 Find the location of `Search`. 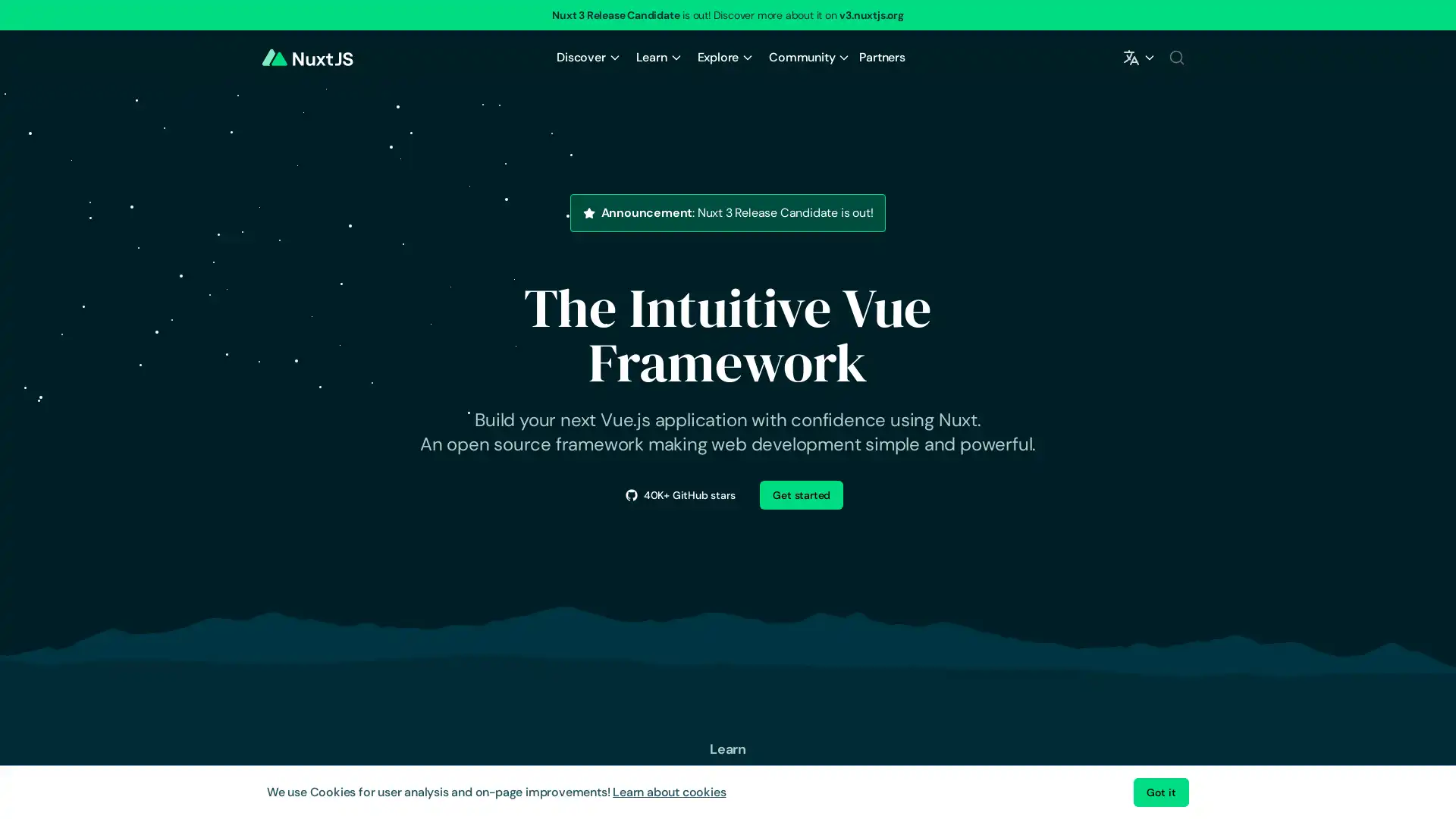

Search is located at coordinates (1175, 57).